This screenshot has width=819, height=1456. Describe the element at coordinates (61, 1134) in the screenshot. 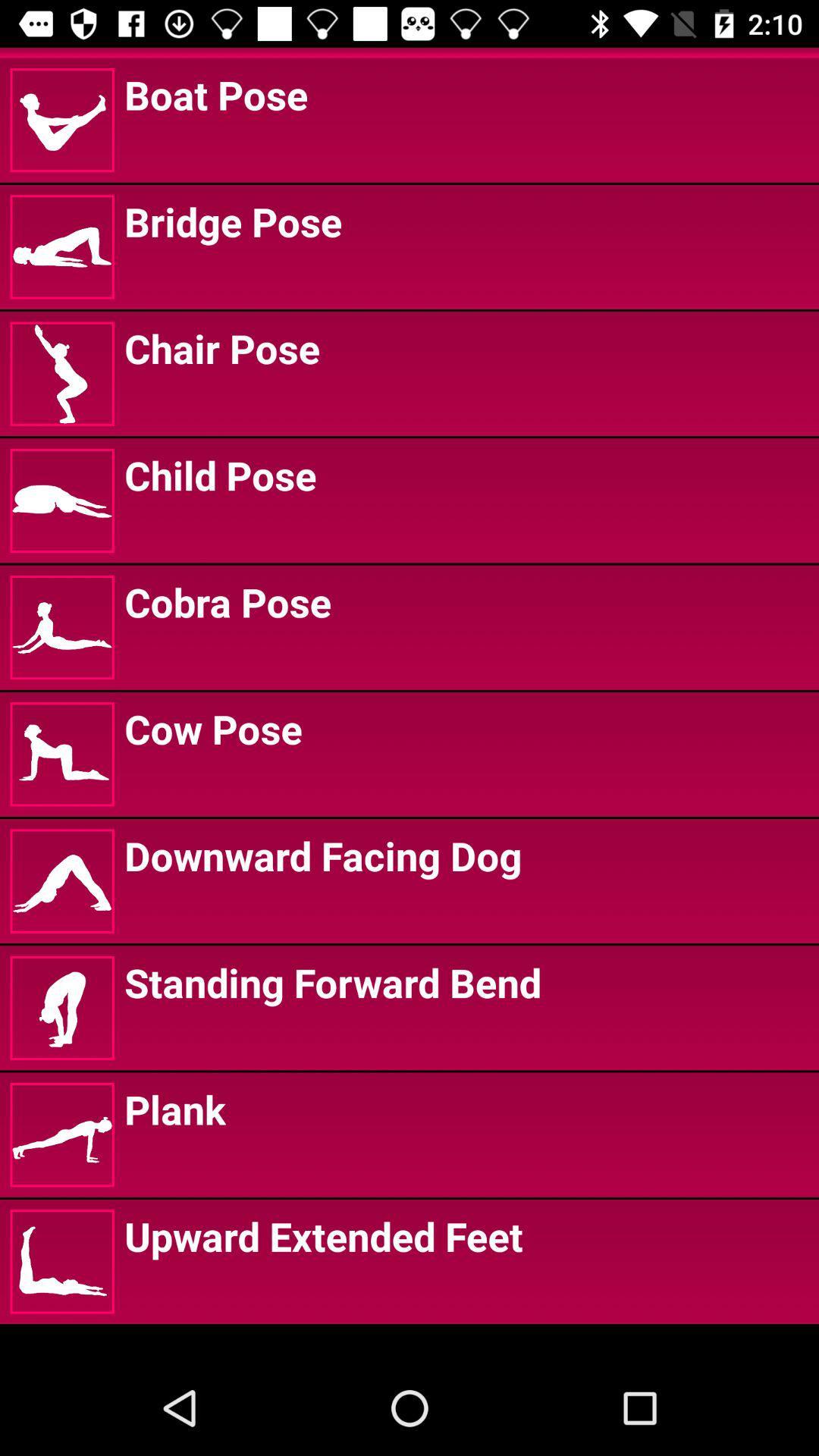

I see `the option  beside  plank` at that location.